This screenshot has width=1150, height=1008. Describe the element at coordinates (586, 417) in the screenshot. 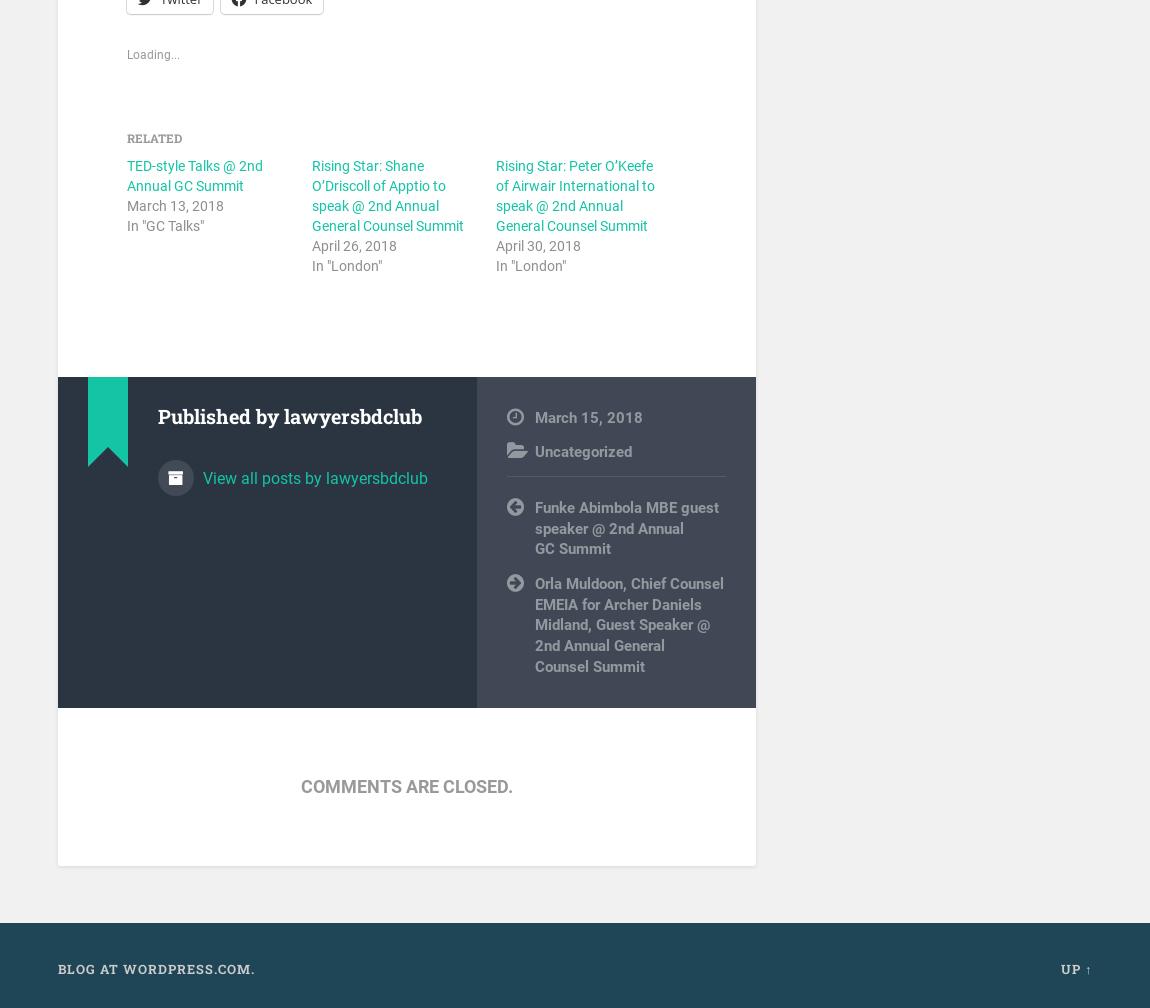

I see `'March 15, 2018'` at that location.